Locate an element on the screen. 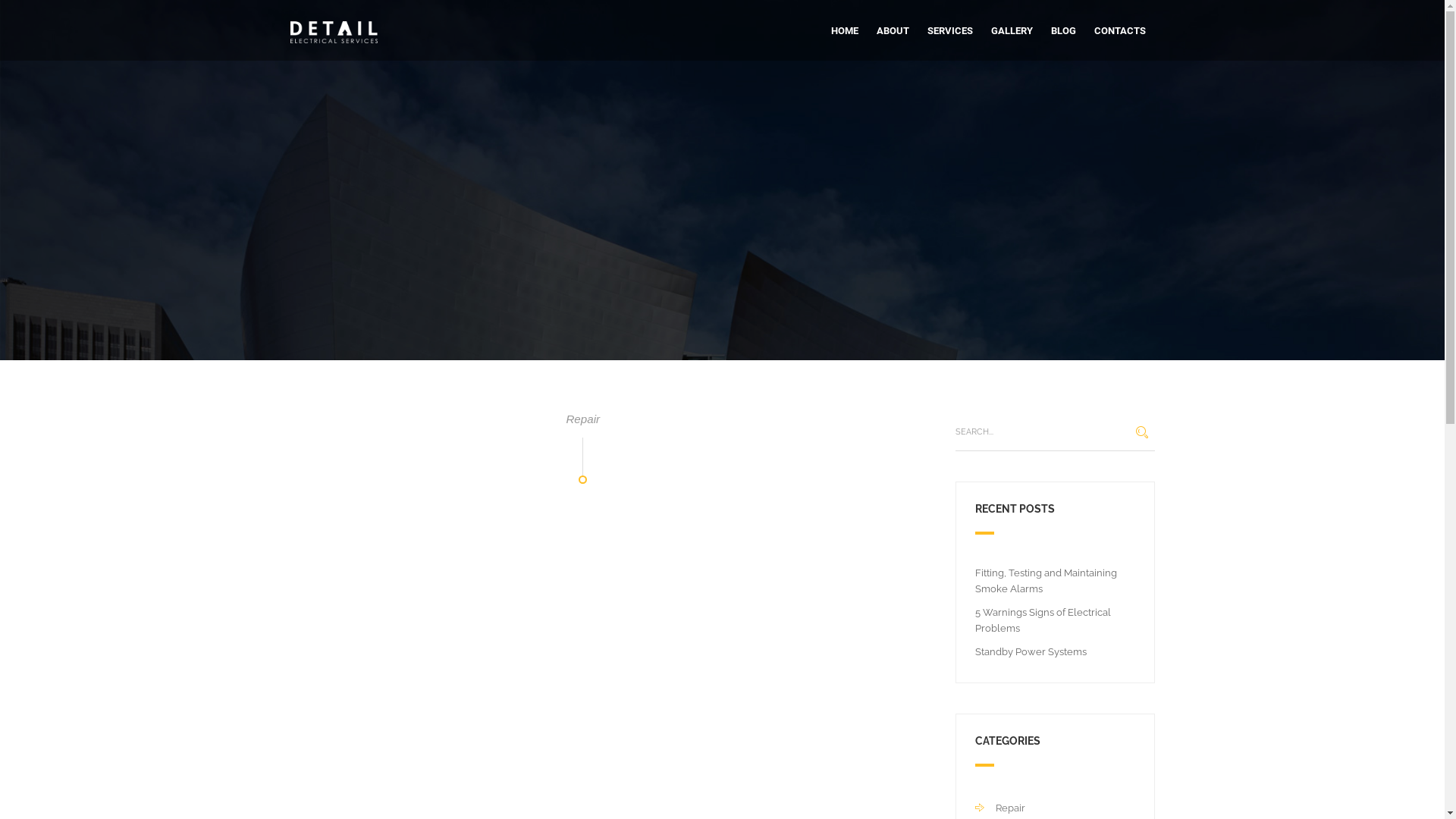 This screenshot has width=1456, height=819. 'Fitting, Testing and Maintaining Smoke Alarms' is located at coordinates (1045, 580).